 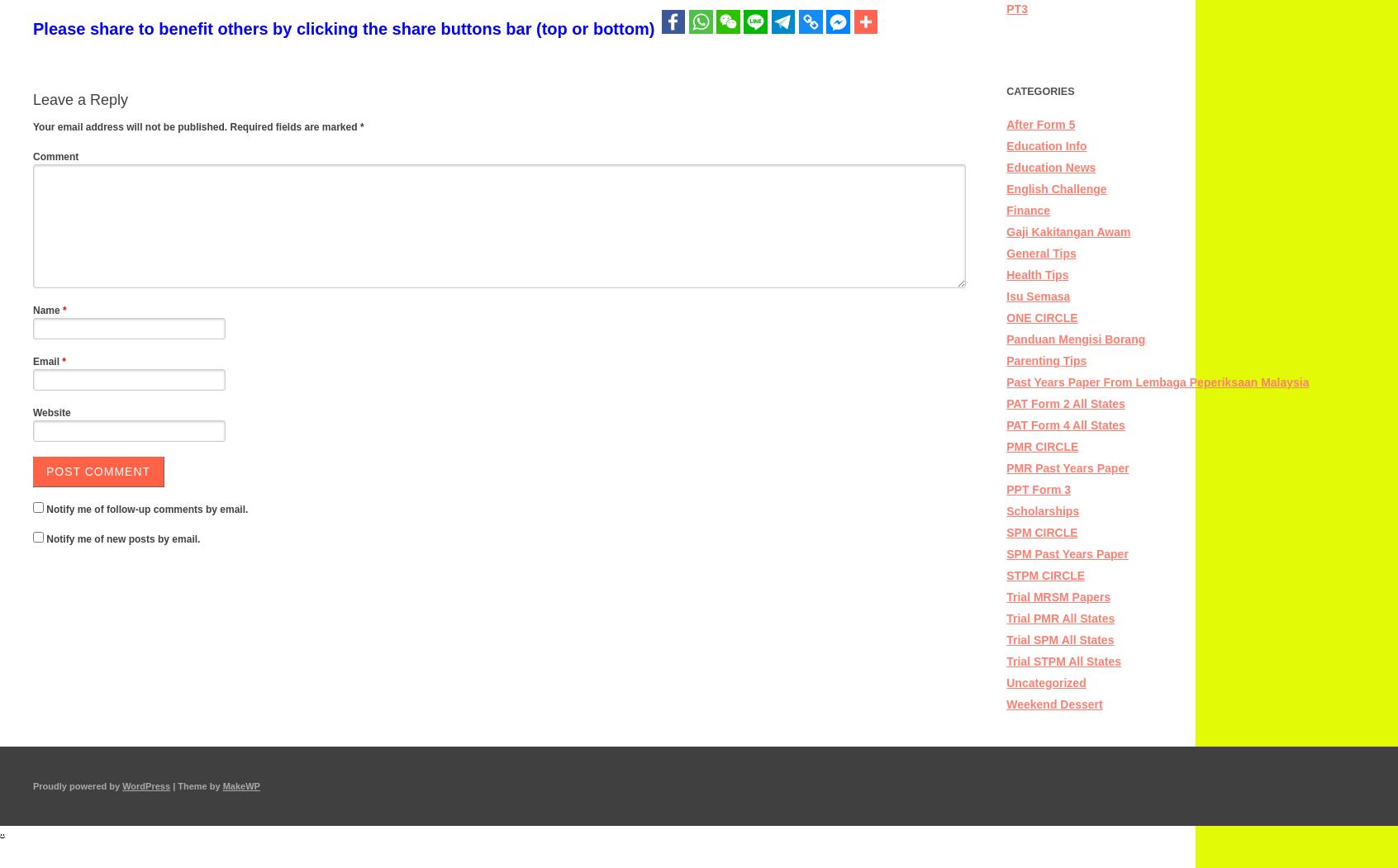 I want to click on 'SPM CIRCLE', so click(x=1006, y=530).